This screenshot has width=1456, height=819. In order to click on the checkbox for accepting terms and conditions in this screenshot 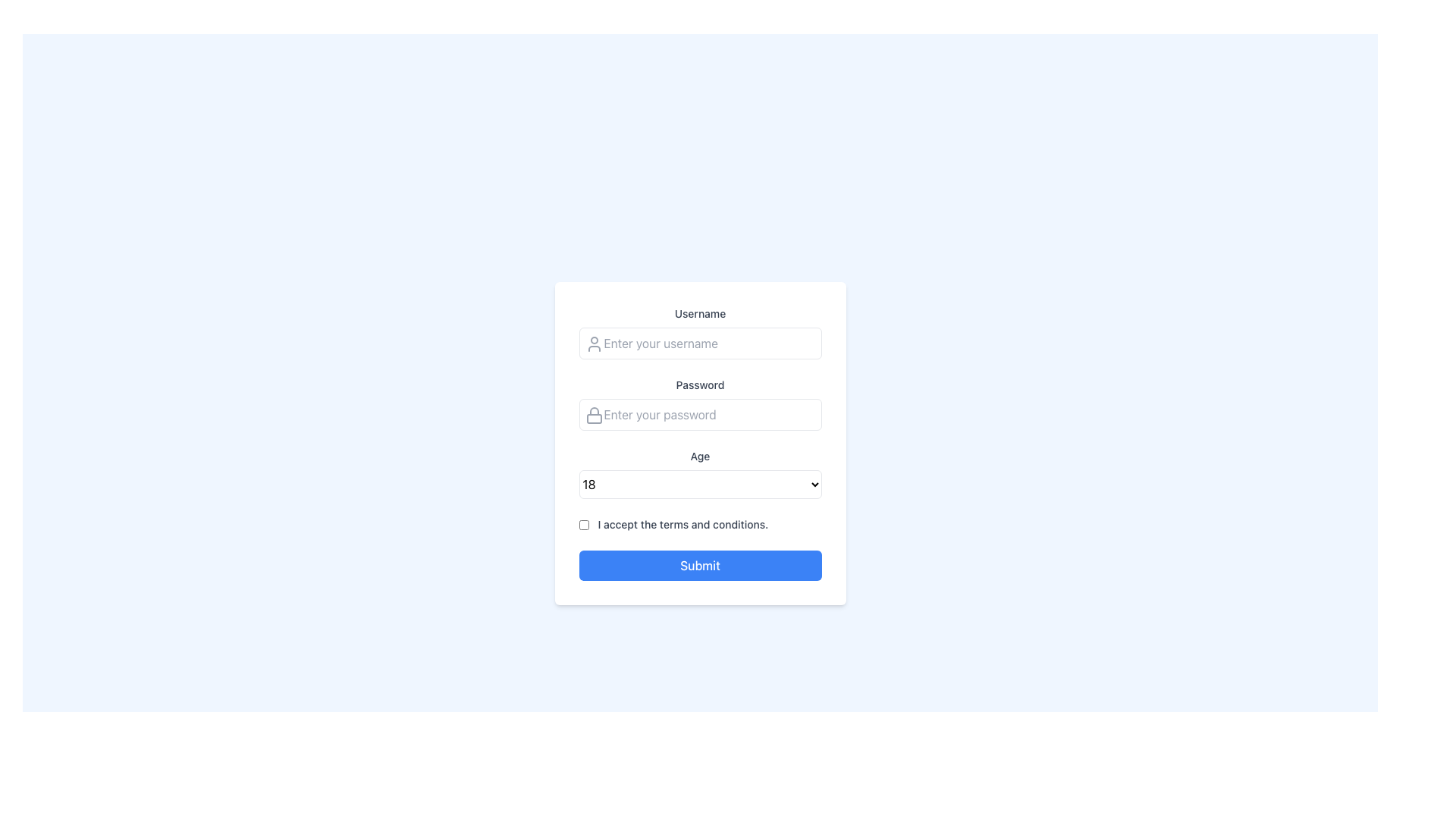, I will do `click(582, 523)`.